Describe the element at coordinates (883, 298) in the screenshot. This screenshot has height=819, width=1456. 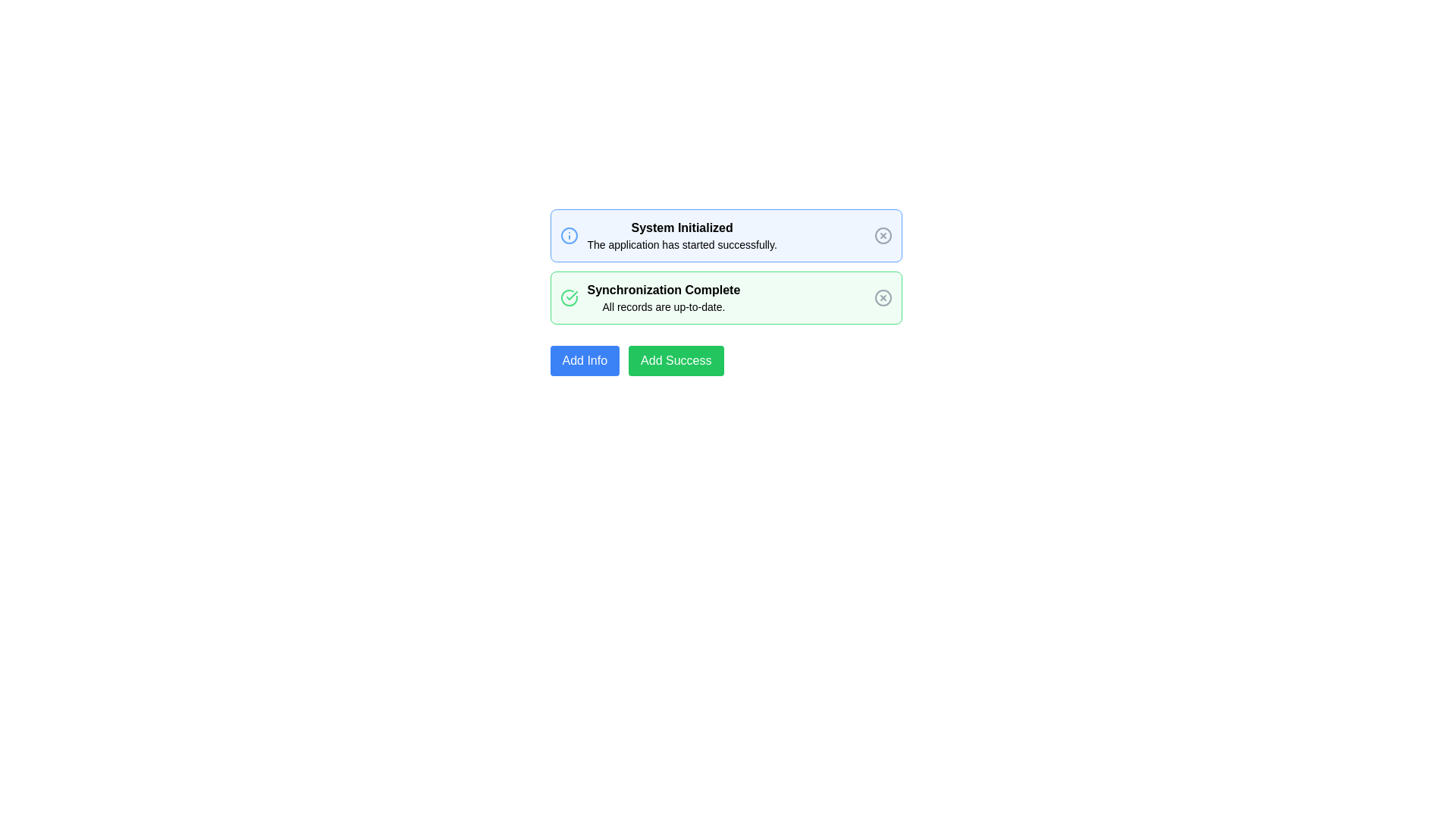
I see `the circular close button with a cross symbol inside, located at the far right of the green-highlighted notification bar titled 'Synchronization Complete'` at that location.